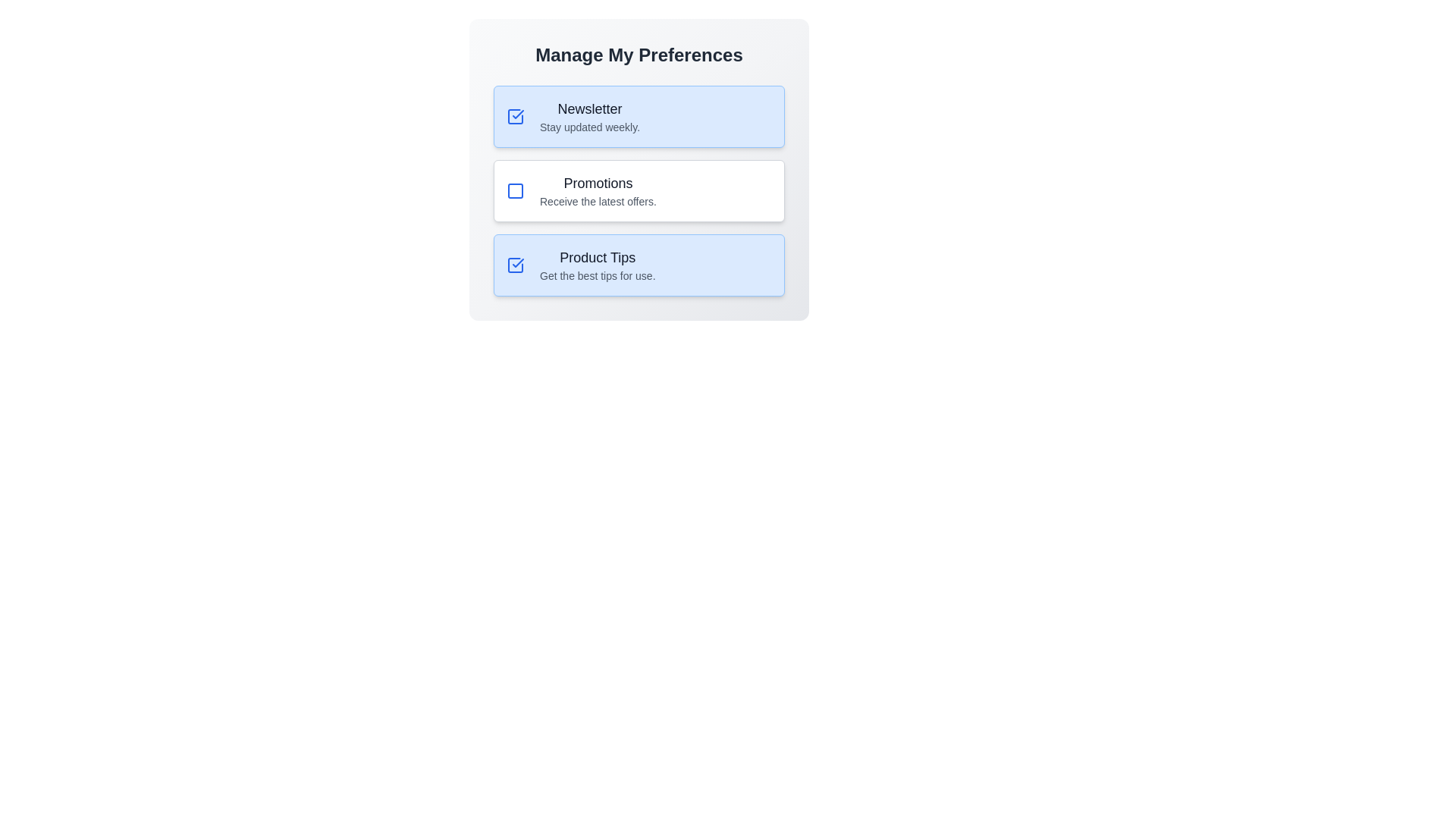 The image size is (1456, 819). I want to click on the 'Promotions' checkbox element located in the 'Manage My Preferences' section of the settings, which is styled with a blue outlined checkbox and descriptive text, so click(639, 190).